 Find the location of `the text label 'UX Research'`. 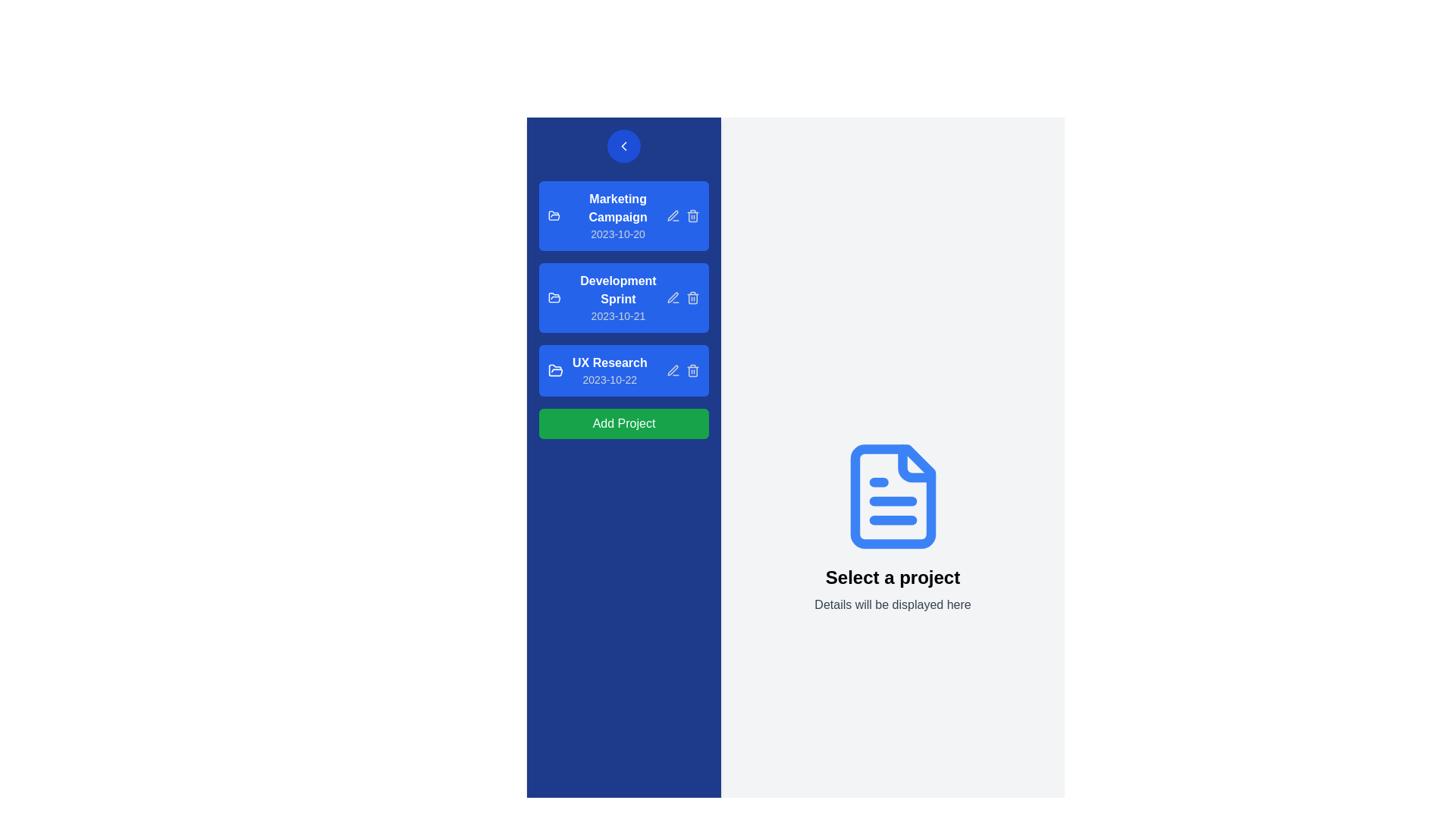

the text label 'UX Research' is located at coordinates (610, 362).